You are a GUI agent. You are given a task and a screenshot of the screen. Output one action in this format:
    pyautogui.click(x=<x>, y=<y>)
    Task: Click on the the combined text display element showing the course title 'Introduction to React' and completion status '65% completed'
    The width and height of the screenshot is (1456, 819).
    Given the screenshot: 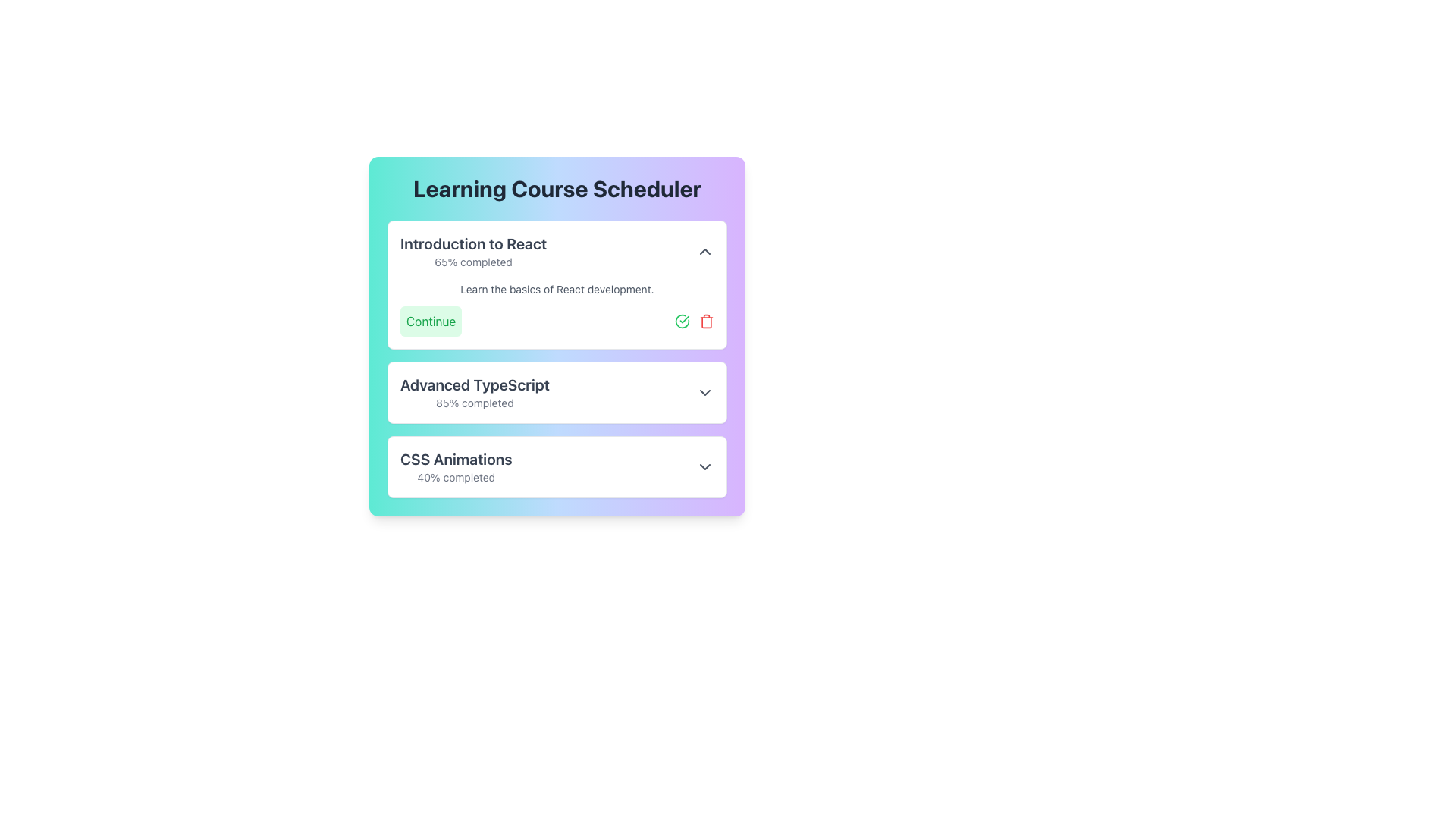 What is the action you would take?
    pyautogui.click(x=472, y=250)
    